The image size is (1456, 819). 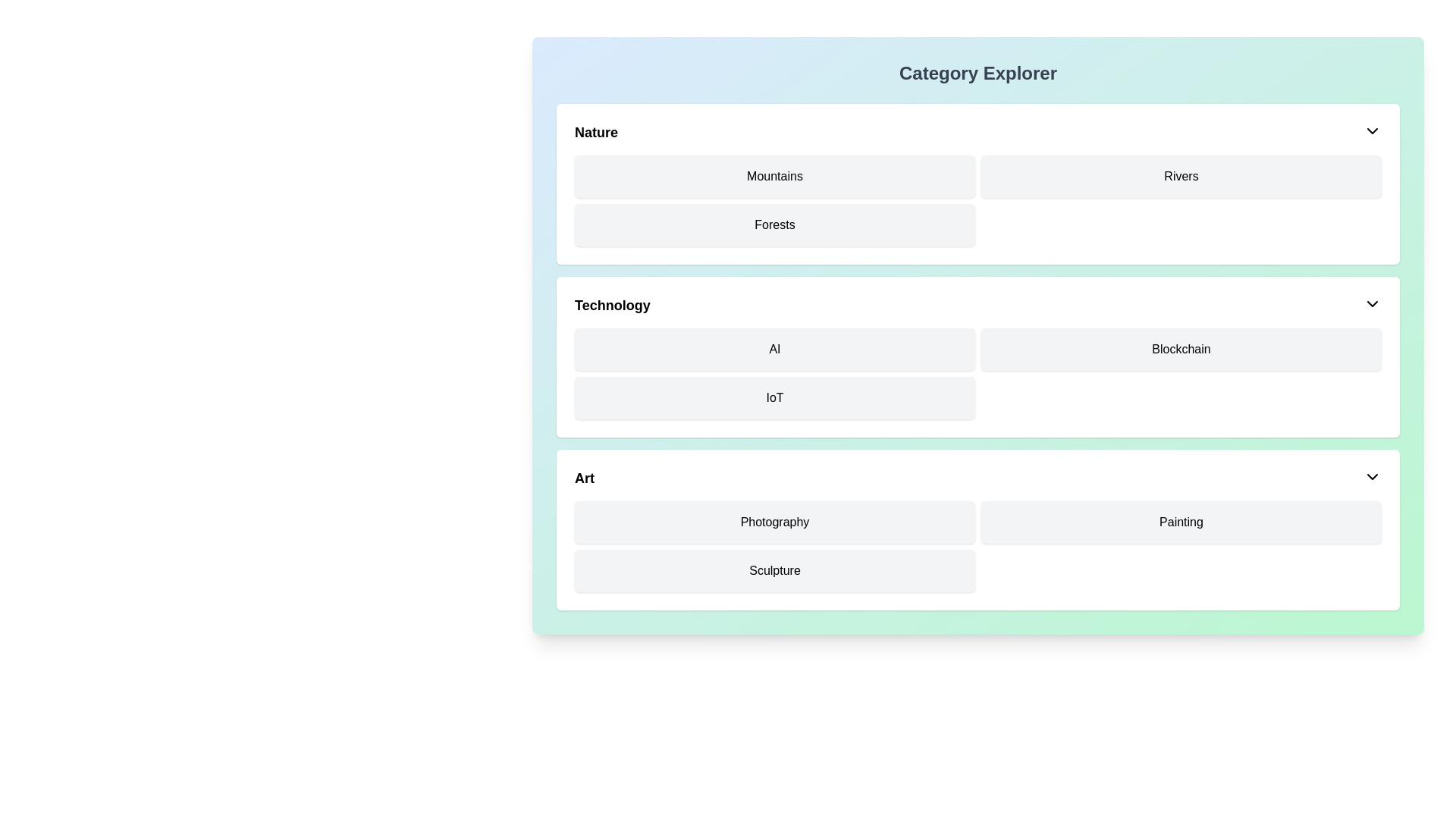 I want to click on the chevron-shaped downward arrow icon located at the top-right corner of the 'Nature' header section, adjacent to the title text 'Nature', so click(x=1372, y=130).